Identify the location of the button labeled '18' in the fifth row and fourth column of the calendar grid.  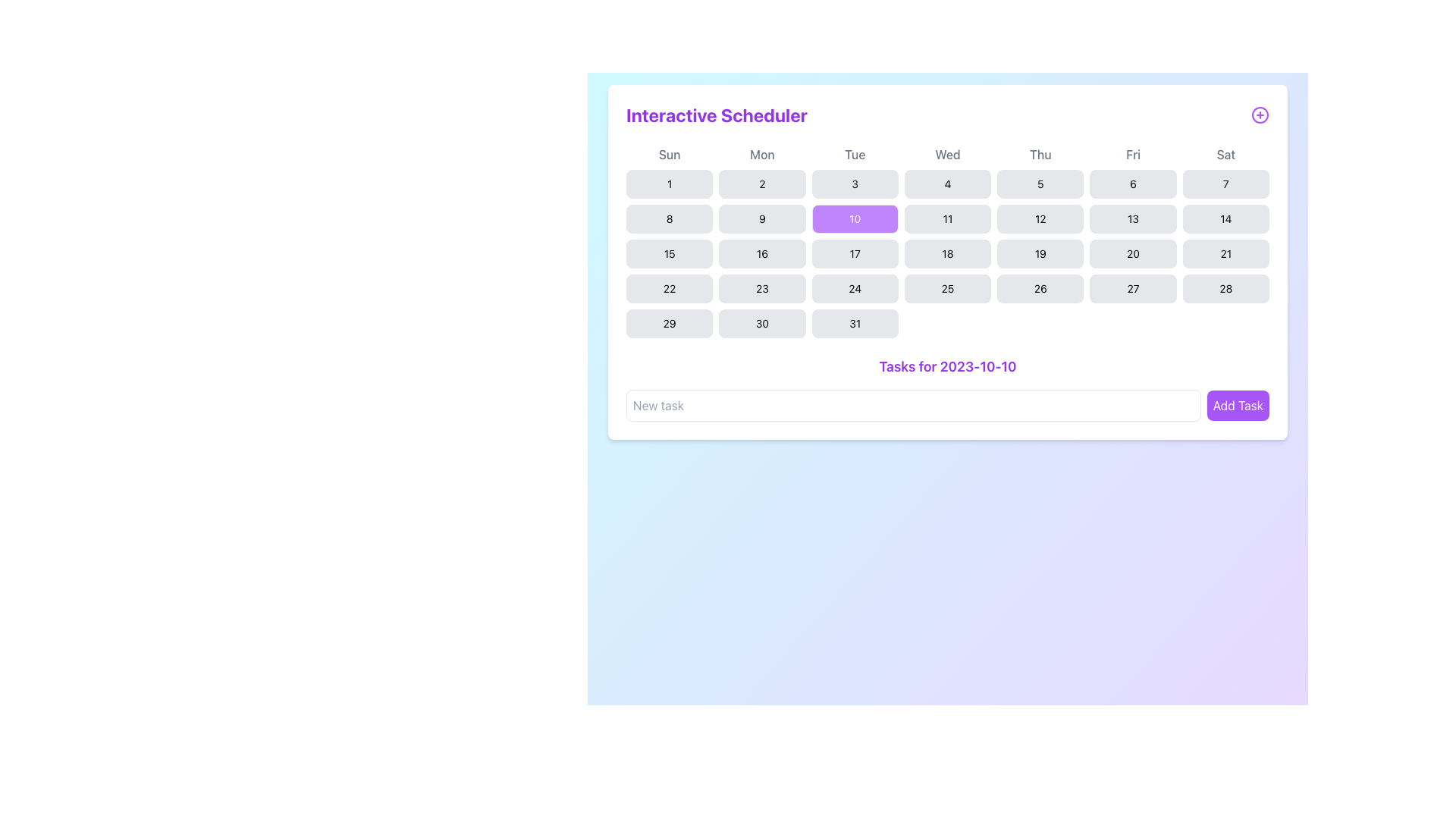
(946, 253).